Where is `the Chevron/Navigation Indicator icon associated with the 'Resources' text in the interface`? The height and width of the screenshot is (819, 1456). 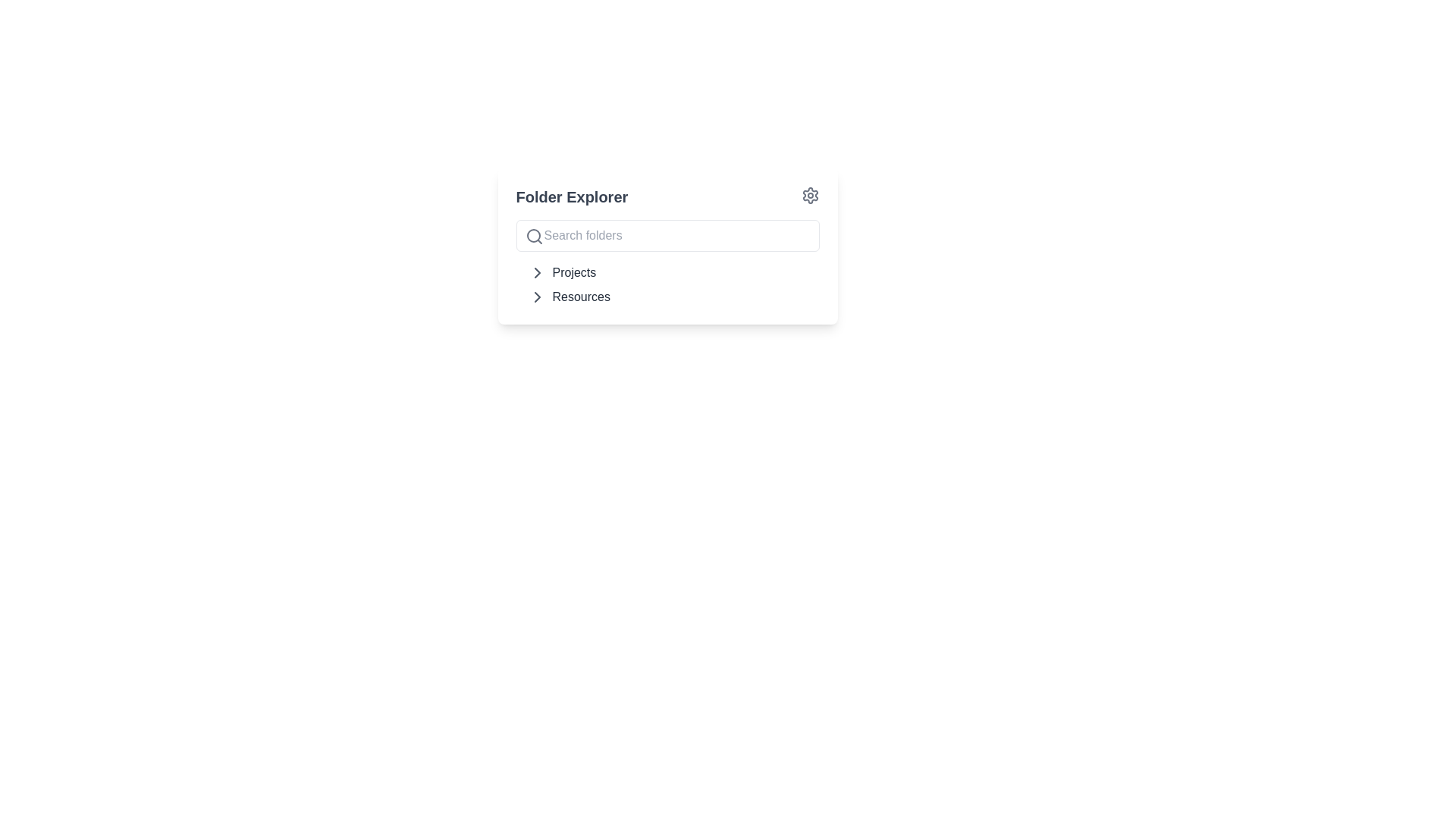 the Chevron/Navigation Indicator icon associated with the 'Resources' text in the interface is located at coordinates (537, 297).